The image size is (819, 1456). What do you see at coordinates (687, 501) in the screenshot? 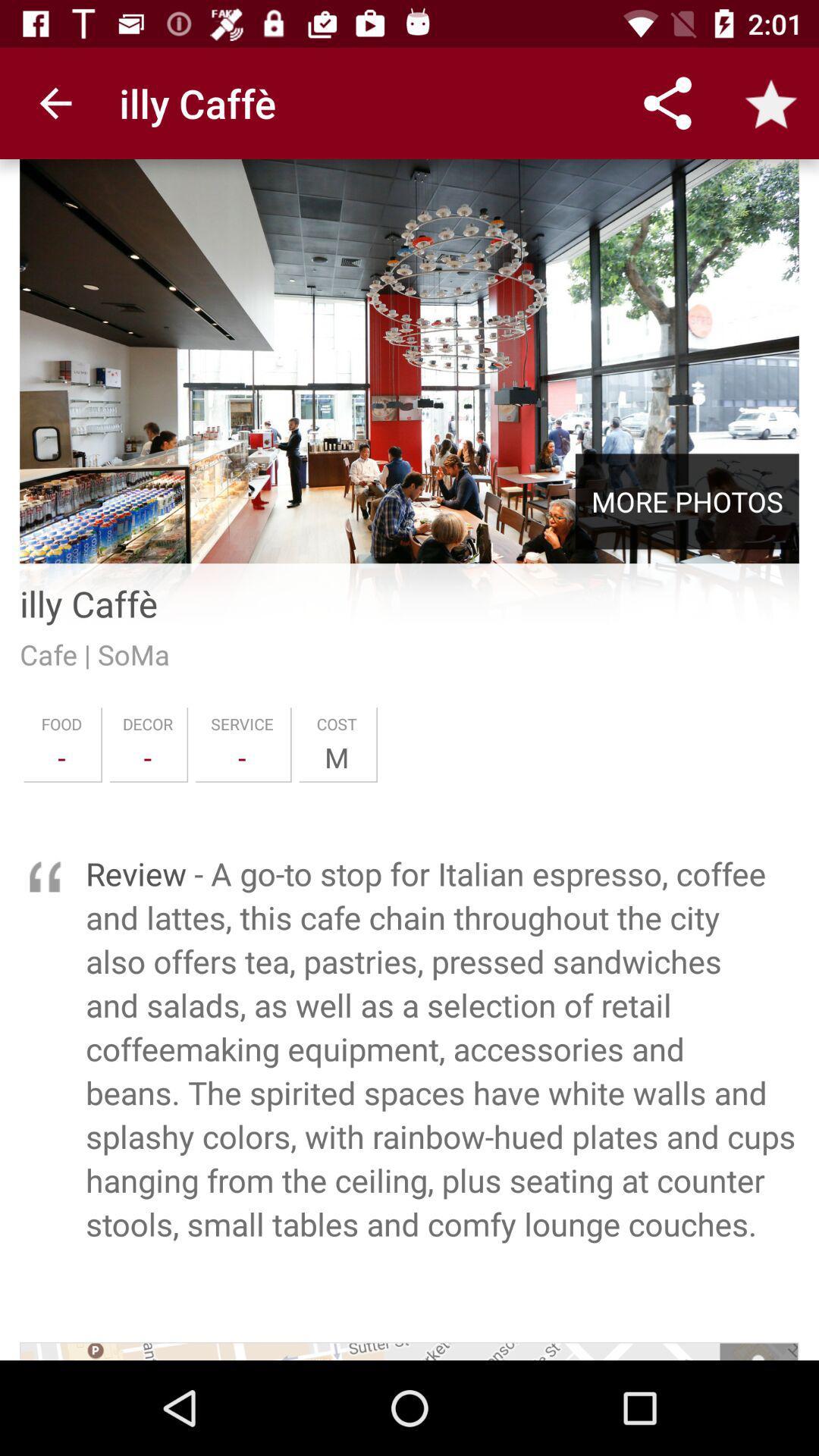
I see `the more photos item` at bounding box center [687, 501].